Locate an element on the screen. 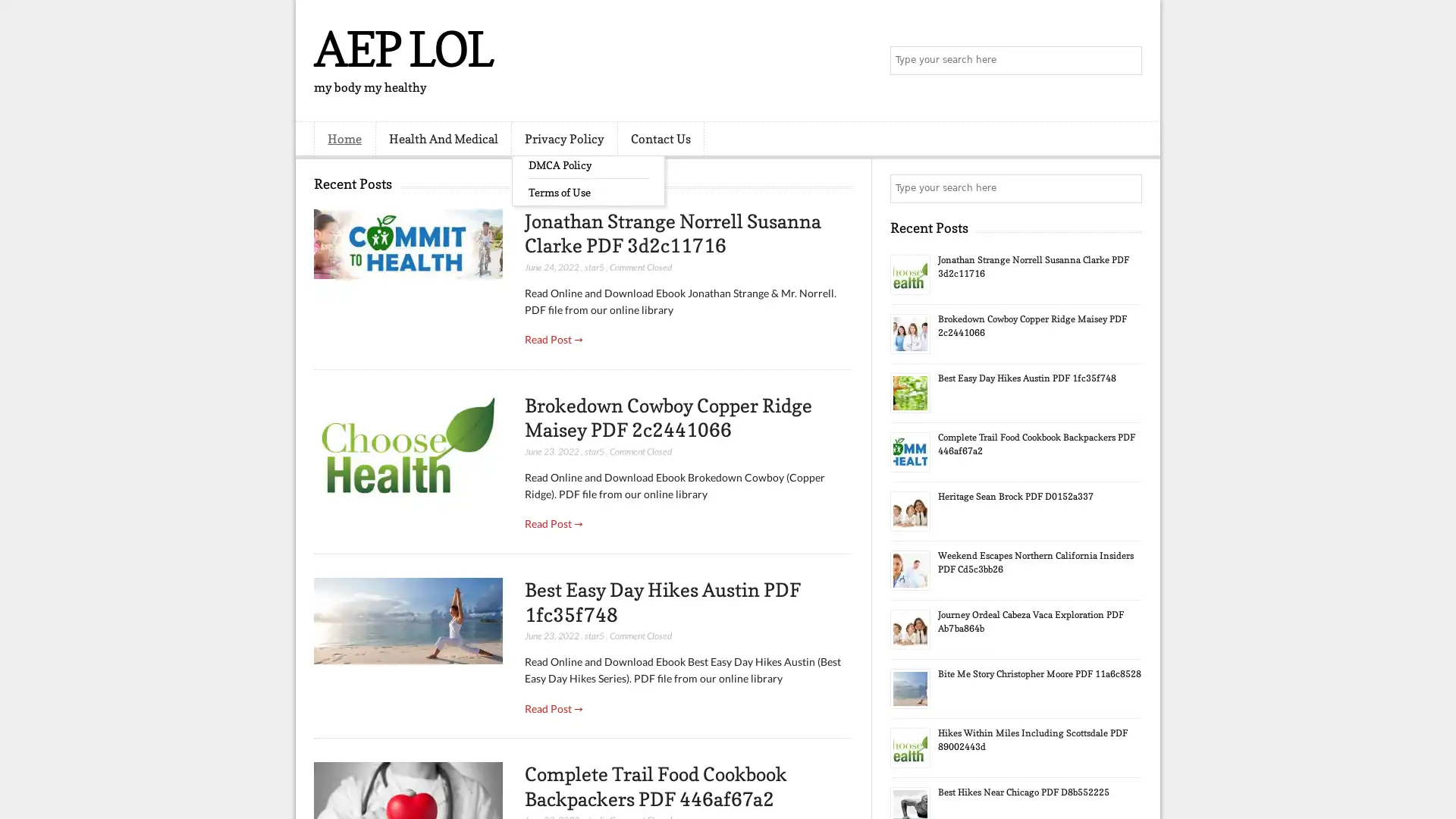  Search is located at coordinates (1126, 61).